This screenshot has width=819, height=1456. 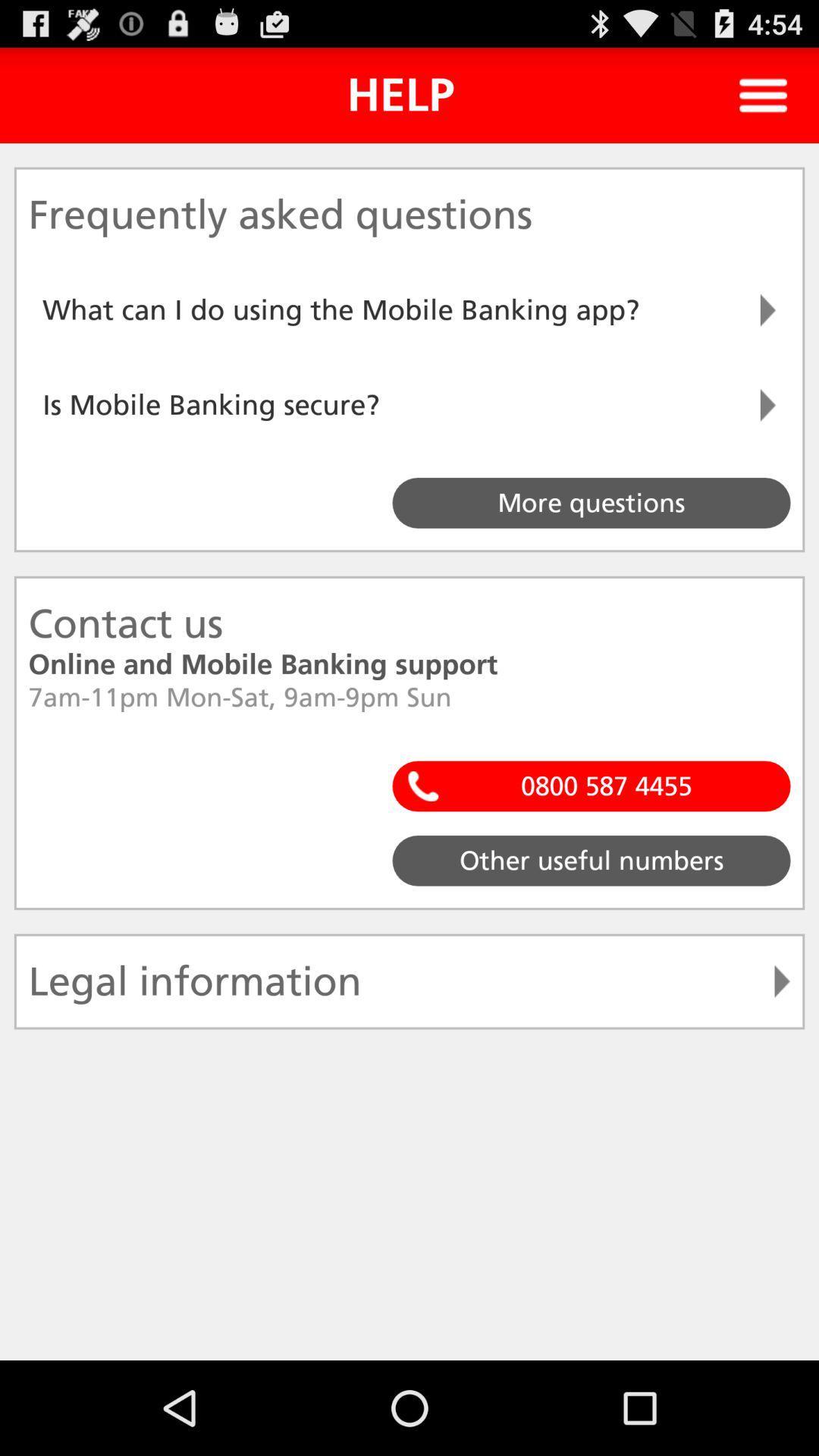 I want to click on the button more questions on the web page, so click(x=591, y=503).